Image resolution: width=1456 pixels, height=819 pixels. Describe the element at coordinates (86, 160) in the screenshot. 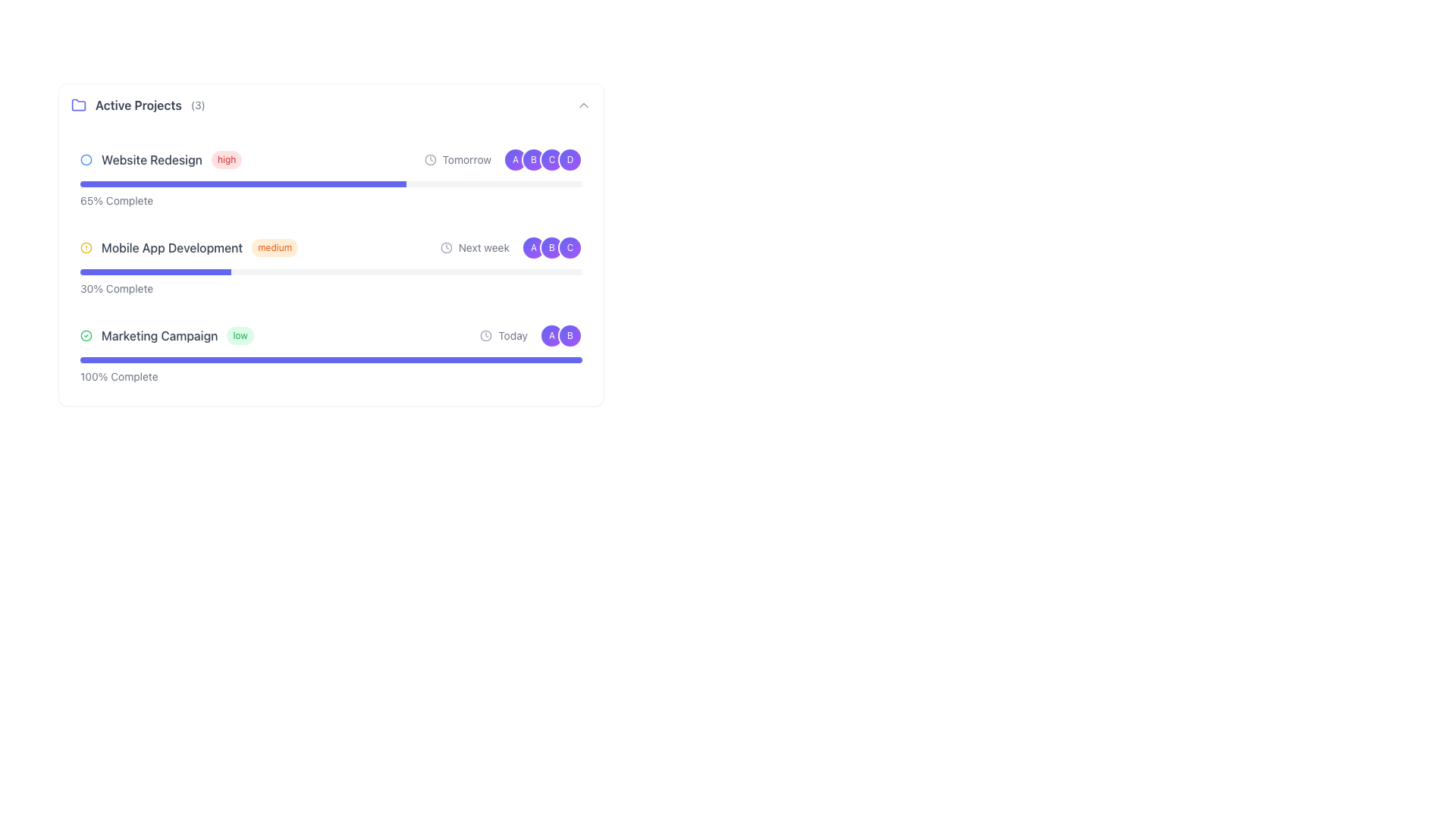

I see `the SVG circle element that serves as a visual indicator for the completion status of a task in the 'Marketing Campaign' section of the project list` at that location.